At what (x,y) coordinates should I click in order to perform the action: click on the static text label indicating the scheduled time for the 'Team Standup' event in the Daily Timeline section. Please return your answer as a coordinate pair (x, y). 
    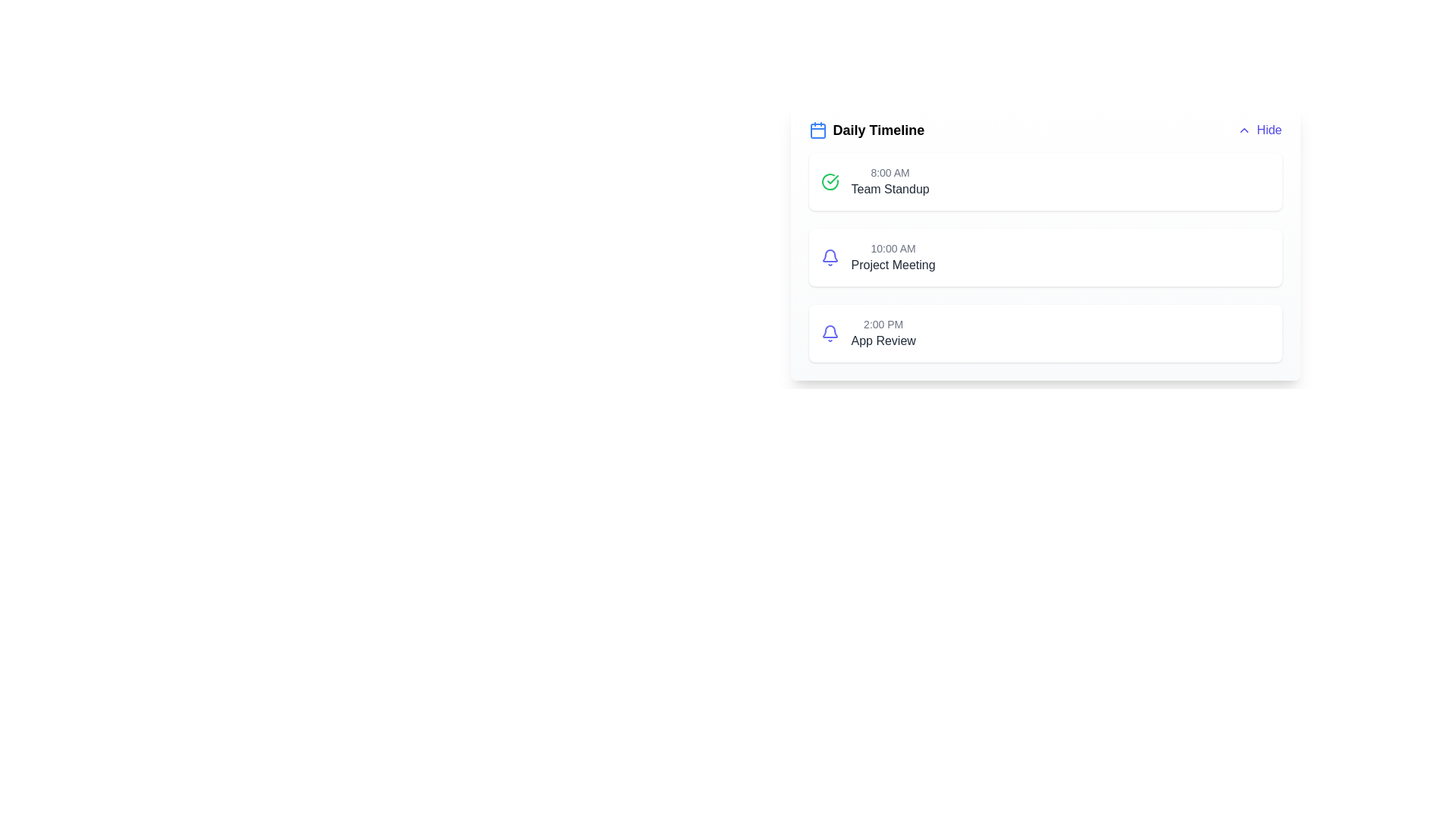
    Looking at the image, I should click on (890, 171).